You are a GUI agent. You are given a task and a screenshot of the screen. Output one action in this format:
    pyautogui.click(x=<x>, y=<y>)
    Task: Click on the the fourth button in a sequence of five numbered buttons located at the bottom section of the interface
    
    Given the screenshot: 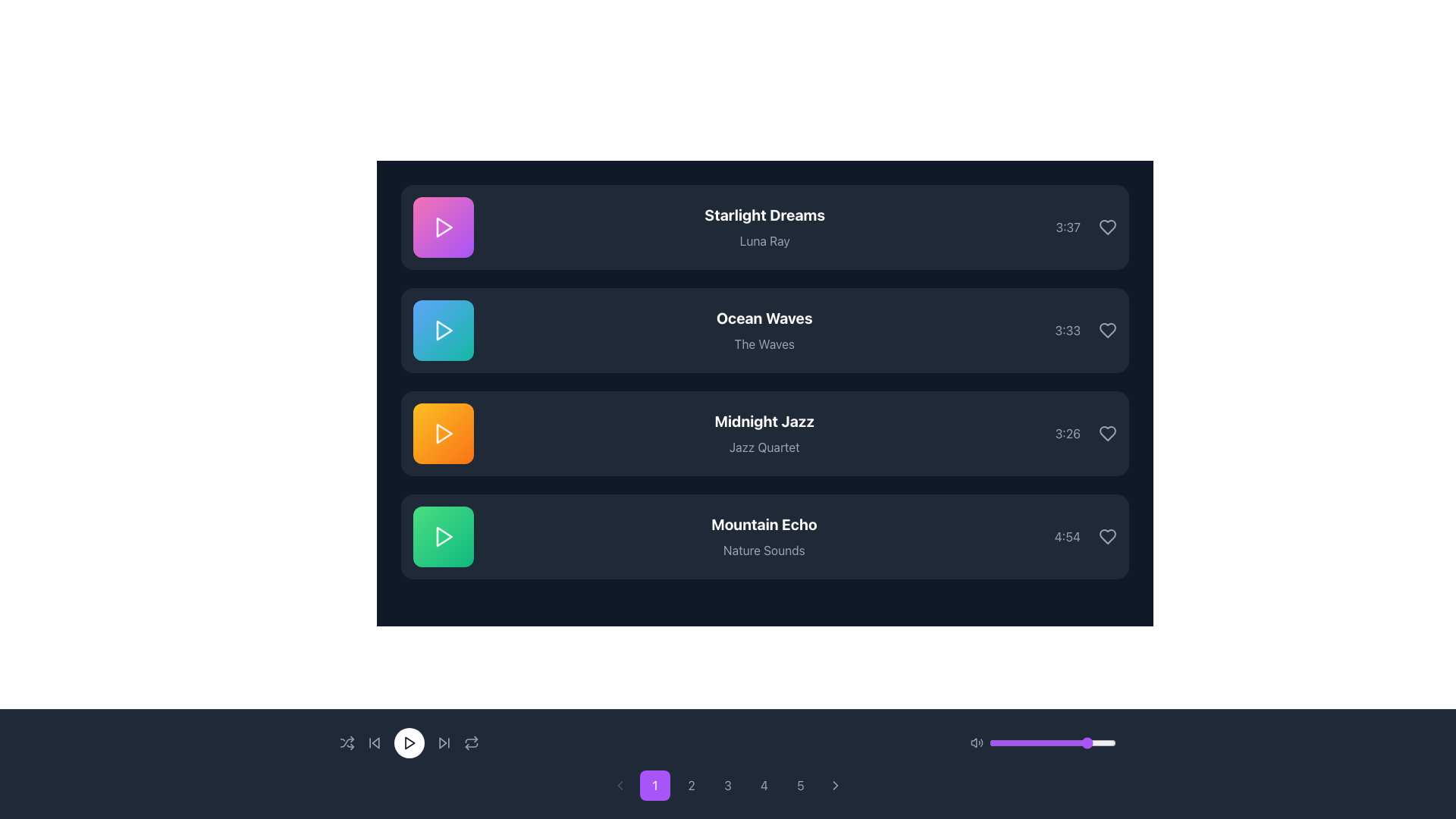 What is the action you would take?
    pyautogui.click(x=764, y=785)
    